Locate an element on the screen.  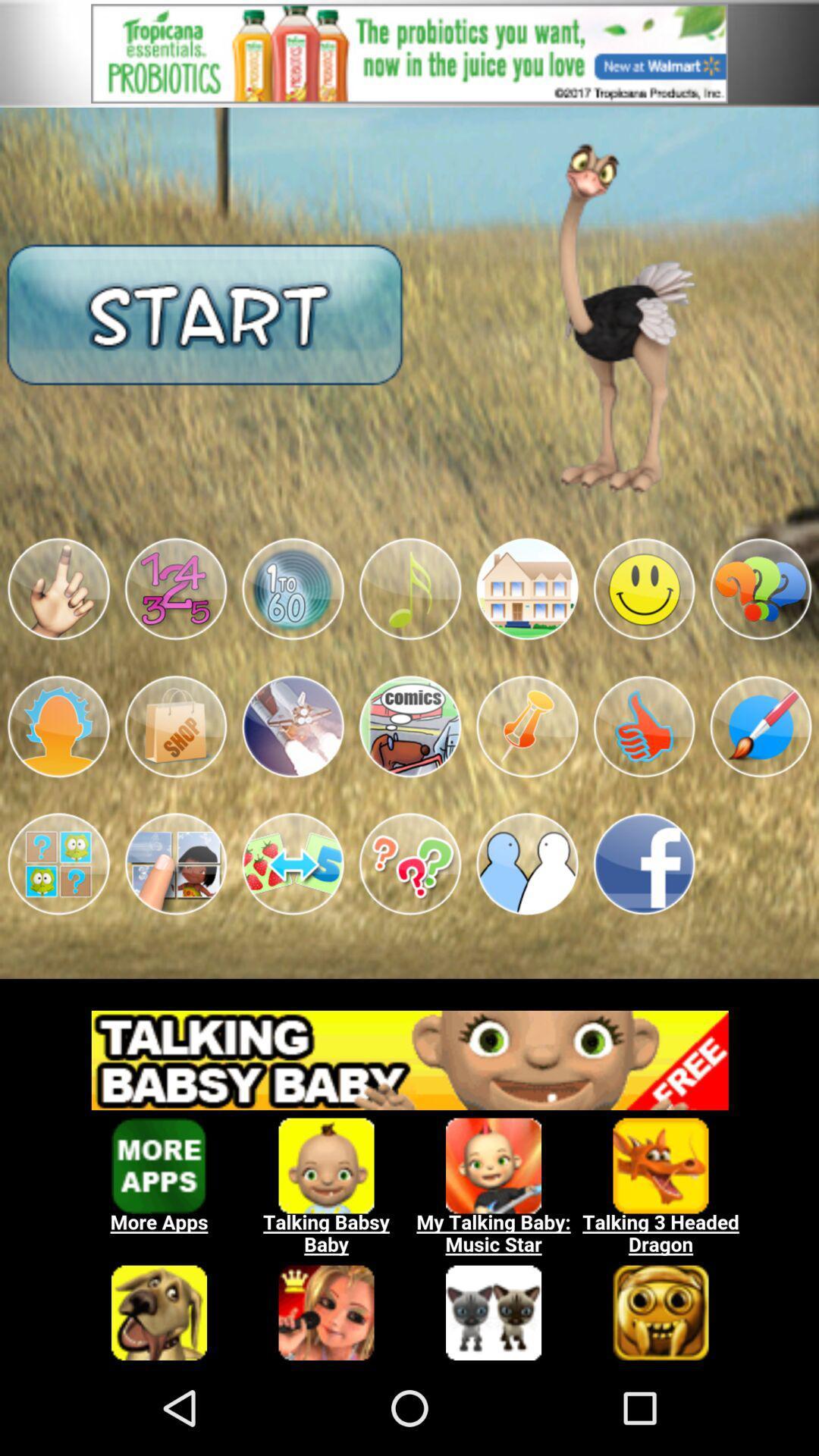
home icon is located at coordinates (526, 588).